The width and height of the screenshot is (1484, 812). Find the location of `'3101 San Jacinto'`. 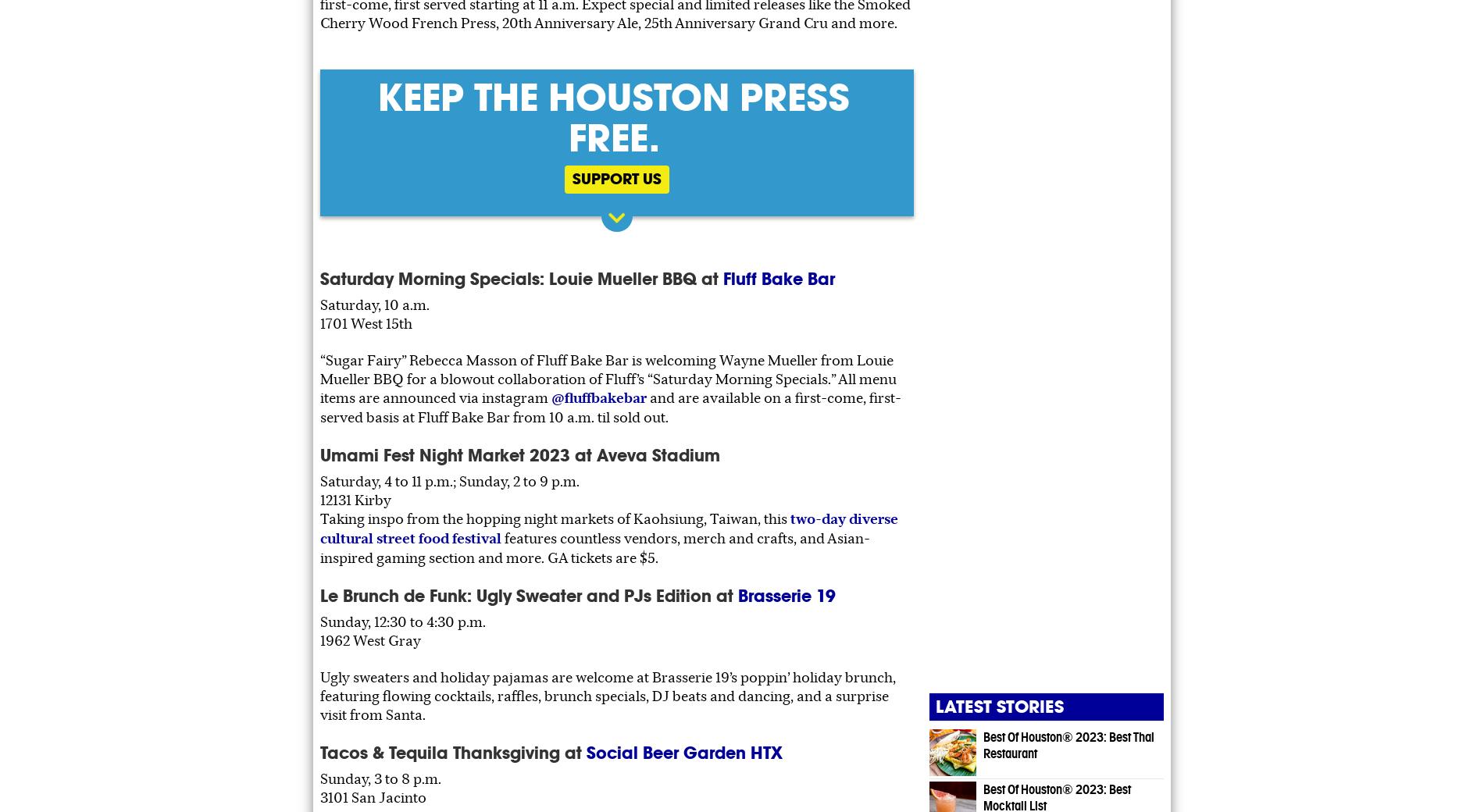

'3101 San Jacinto' is located at coordinates (373, 796).